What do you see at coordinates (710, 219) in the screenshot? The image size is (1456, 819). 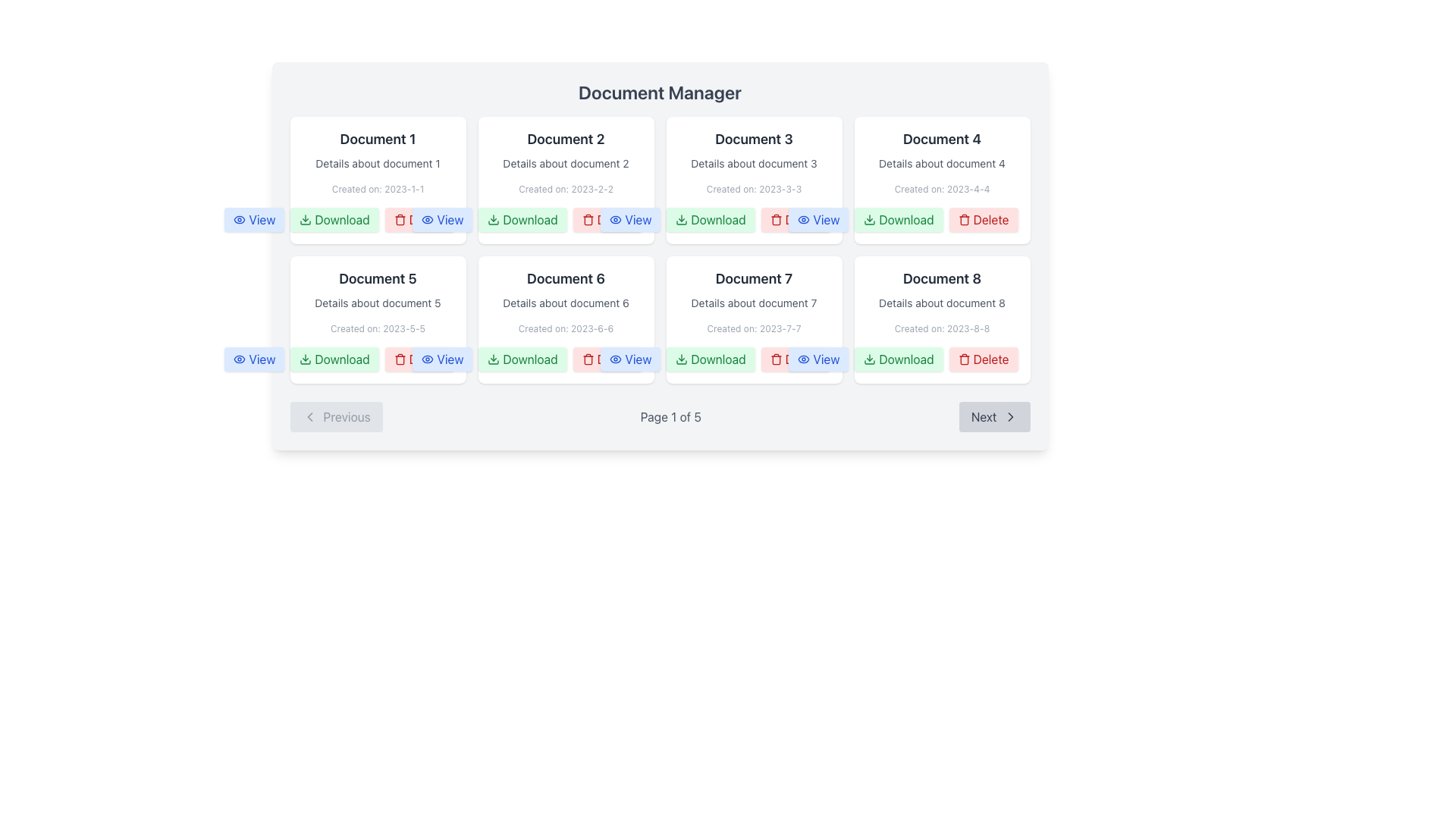 I see `the middle button in the horizontal group of three buttons beneath 'Document 3' in the 'Document Manager' interface to initiate a download` at bounding box center [710, 219].